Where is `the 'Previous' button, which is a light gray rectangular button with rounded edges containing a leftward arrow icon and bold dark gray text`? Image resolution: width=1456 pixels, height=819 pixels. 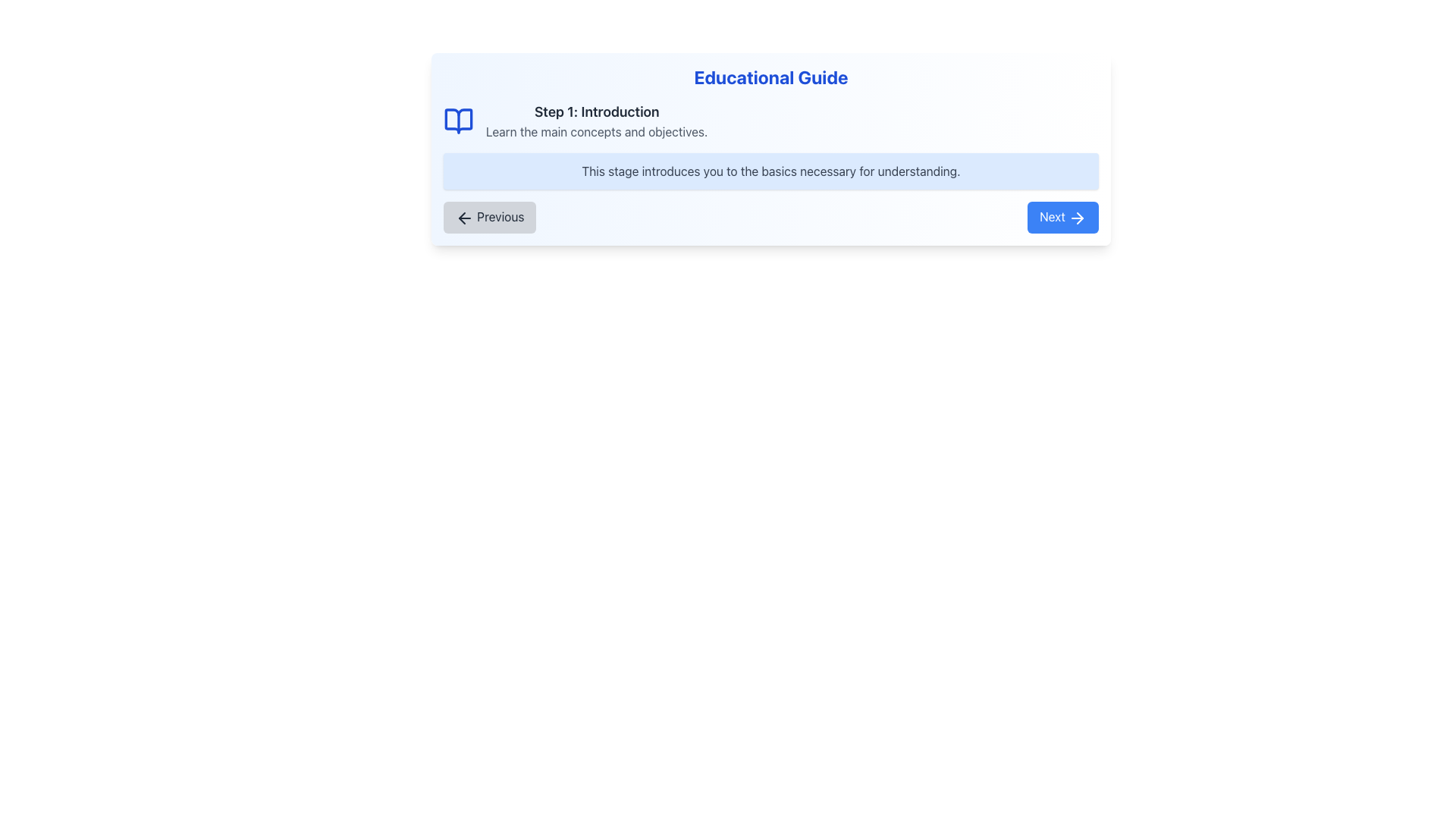 the 'Previous' button, which is a light gray rectangular button with rounded edges containing a leftward arrow icon and bold dark gray text is located at coordinates (490, 217).